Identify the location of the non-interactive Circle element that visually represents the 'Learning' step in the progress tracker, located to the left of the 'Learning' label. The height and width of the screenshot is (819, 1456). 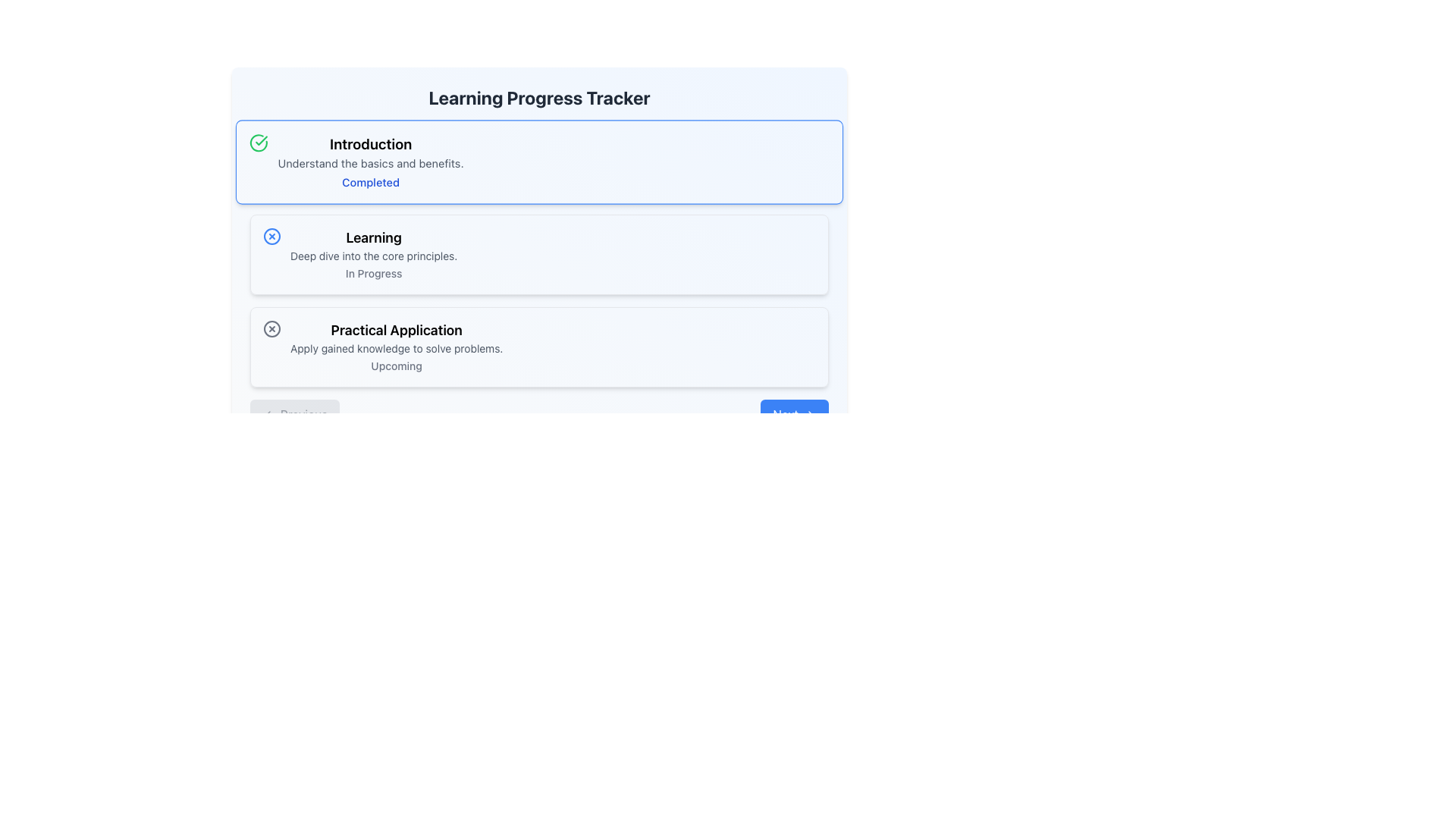
(272, 237).